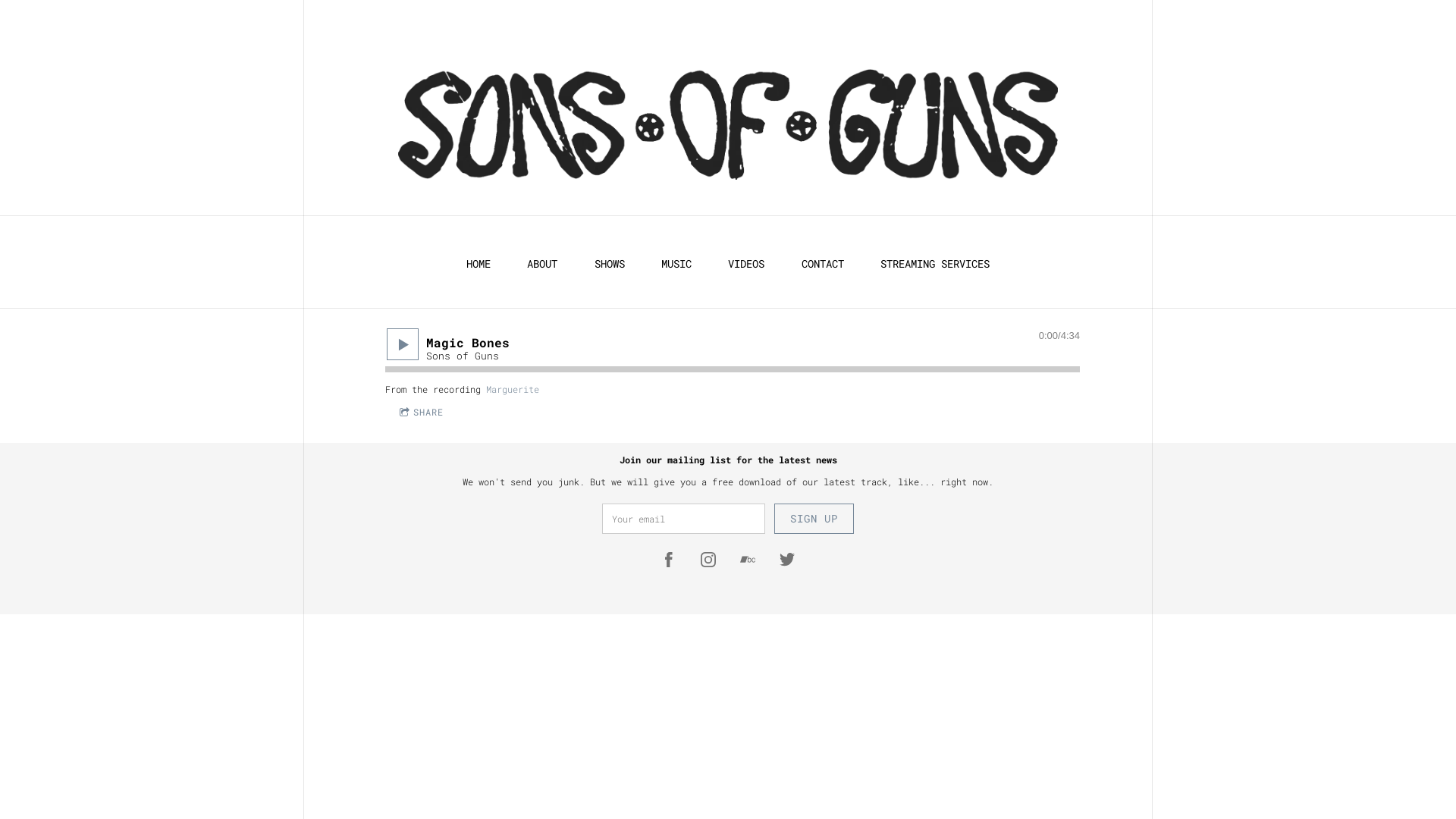 This screenshot has height=819, width=1456. What do you see at coordinates (513, 388) in the screenshot?
I see `'Marguerite'` at bounding box center [513, 388].